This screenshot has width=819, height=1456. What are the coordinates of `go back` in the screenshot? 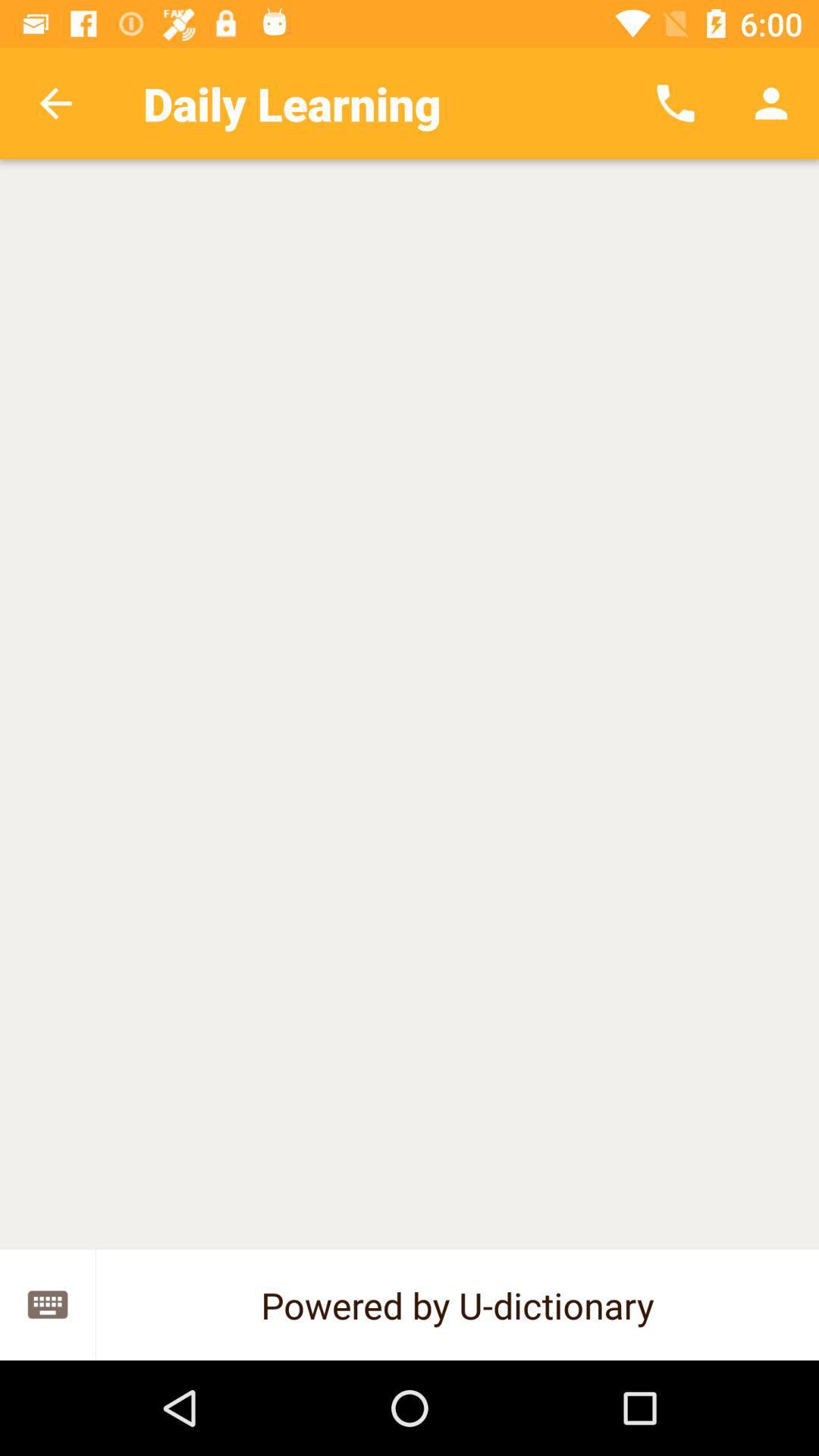 It's located at (55, 102).